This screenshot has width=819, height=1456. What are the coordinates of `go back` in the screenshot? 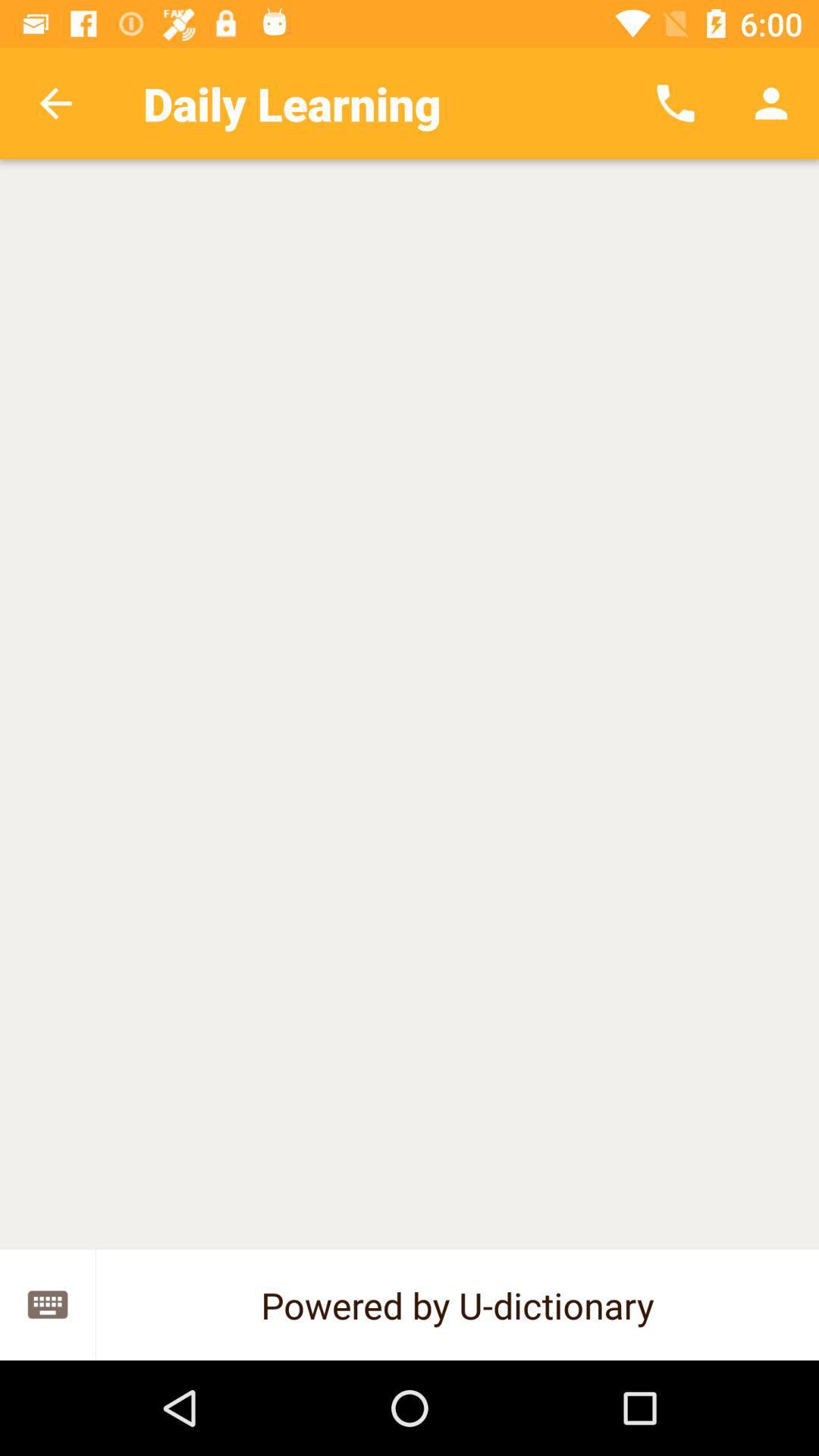 It's located at (55, 102).